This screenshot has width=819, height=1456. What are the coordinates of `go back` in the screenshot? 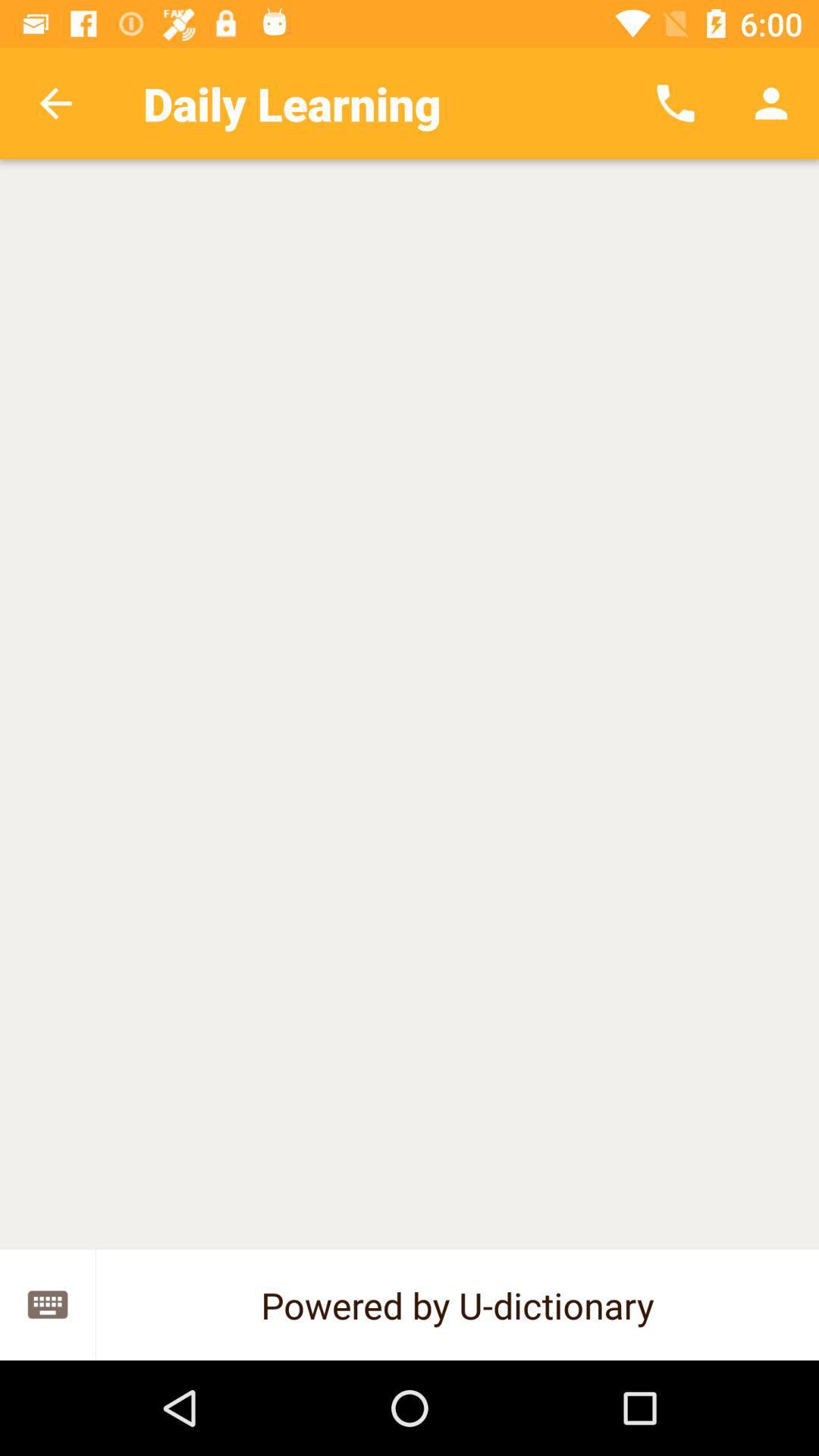 It's located at (55, 102).